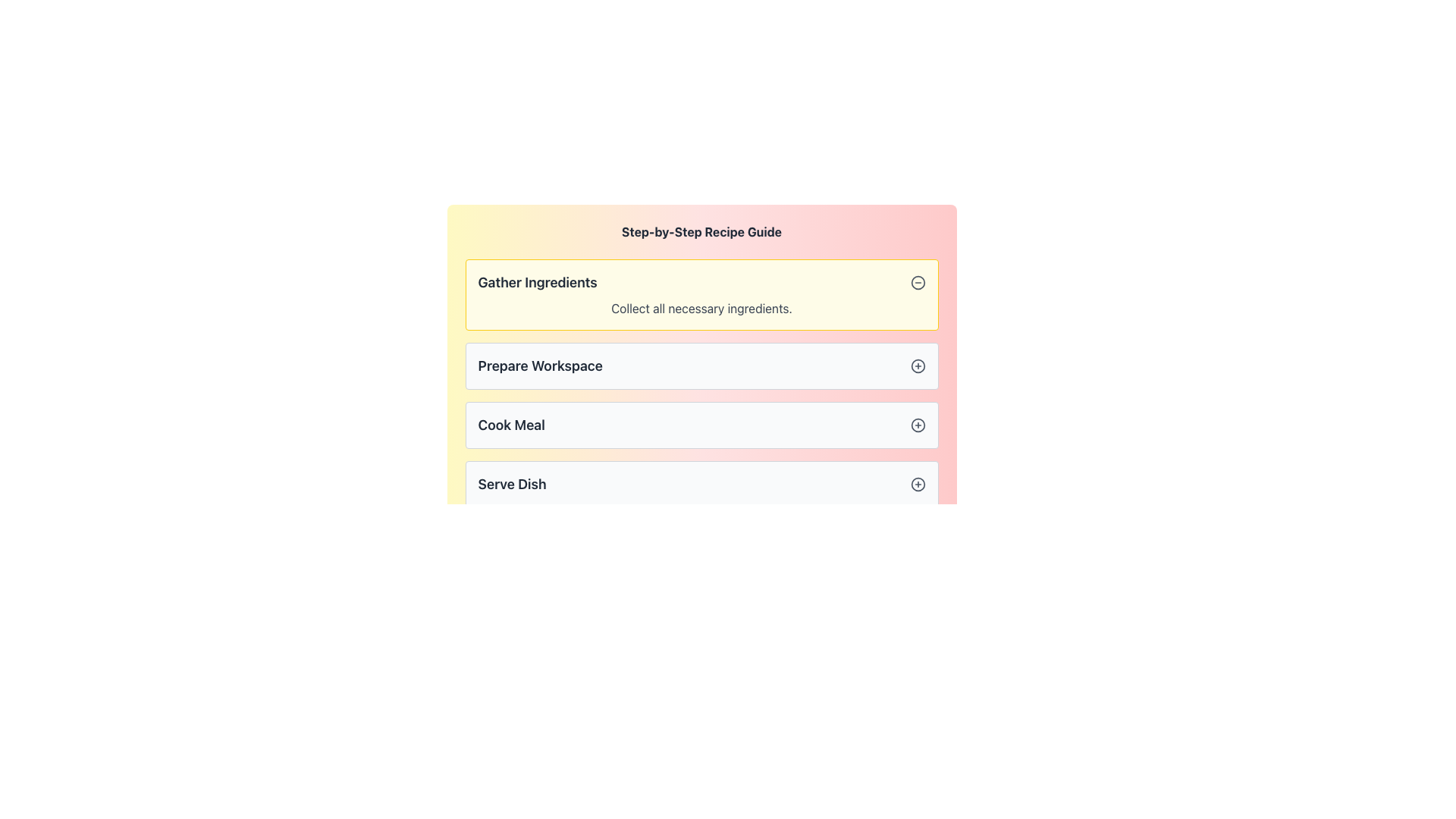 This screenshot has height=819, width=1456. Describe the element at coordinates (701, 485) in the screenshot. I see `the 'Serve Dish' step element in the collapsible list item at the bottom of the 'Step-by-Step Recipe Guide'` at that location.